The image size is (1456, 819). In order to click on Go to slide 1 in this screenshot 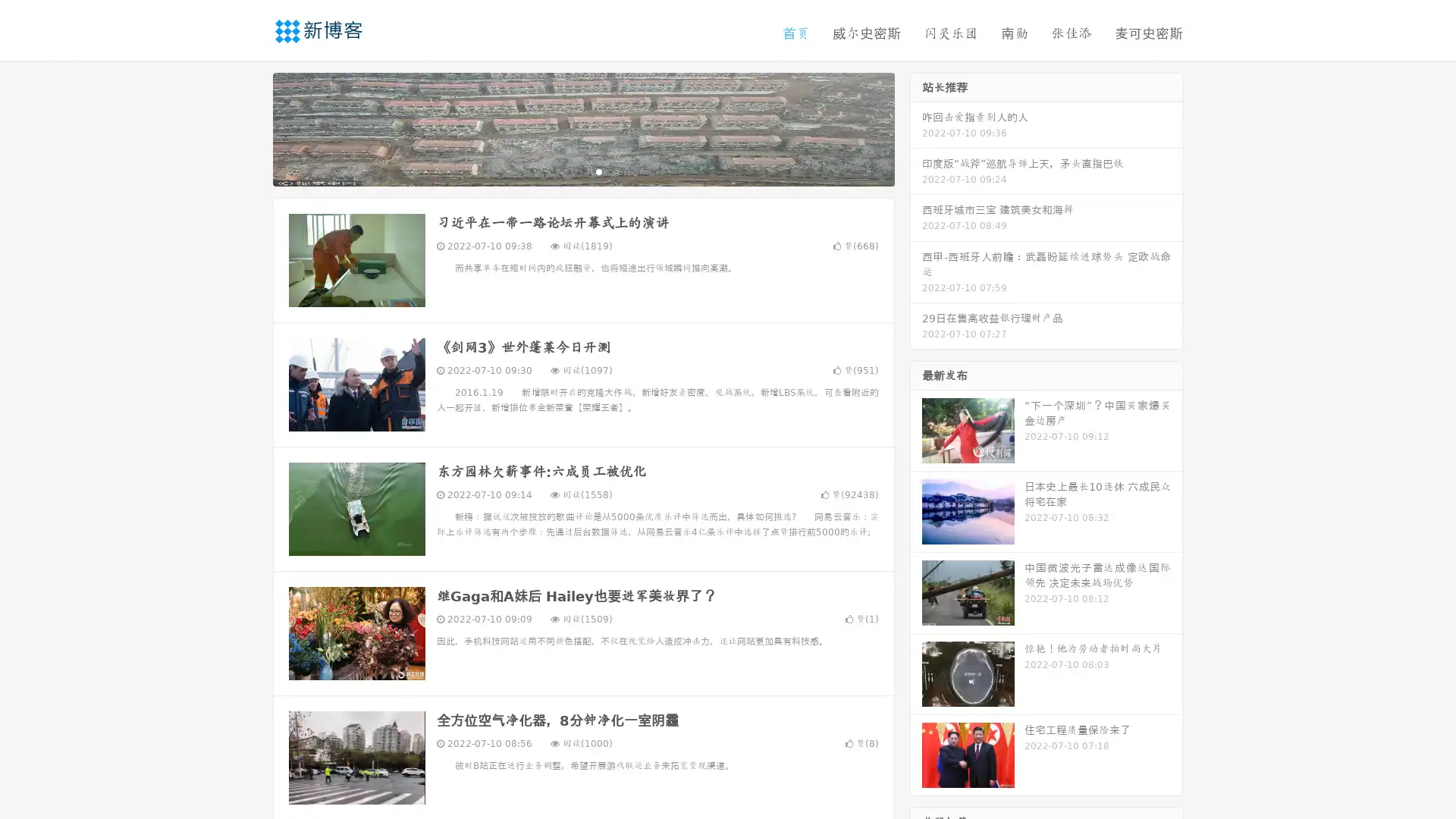, I will do `click(567, 171)`.